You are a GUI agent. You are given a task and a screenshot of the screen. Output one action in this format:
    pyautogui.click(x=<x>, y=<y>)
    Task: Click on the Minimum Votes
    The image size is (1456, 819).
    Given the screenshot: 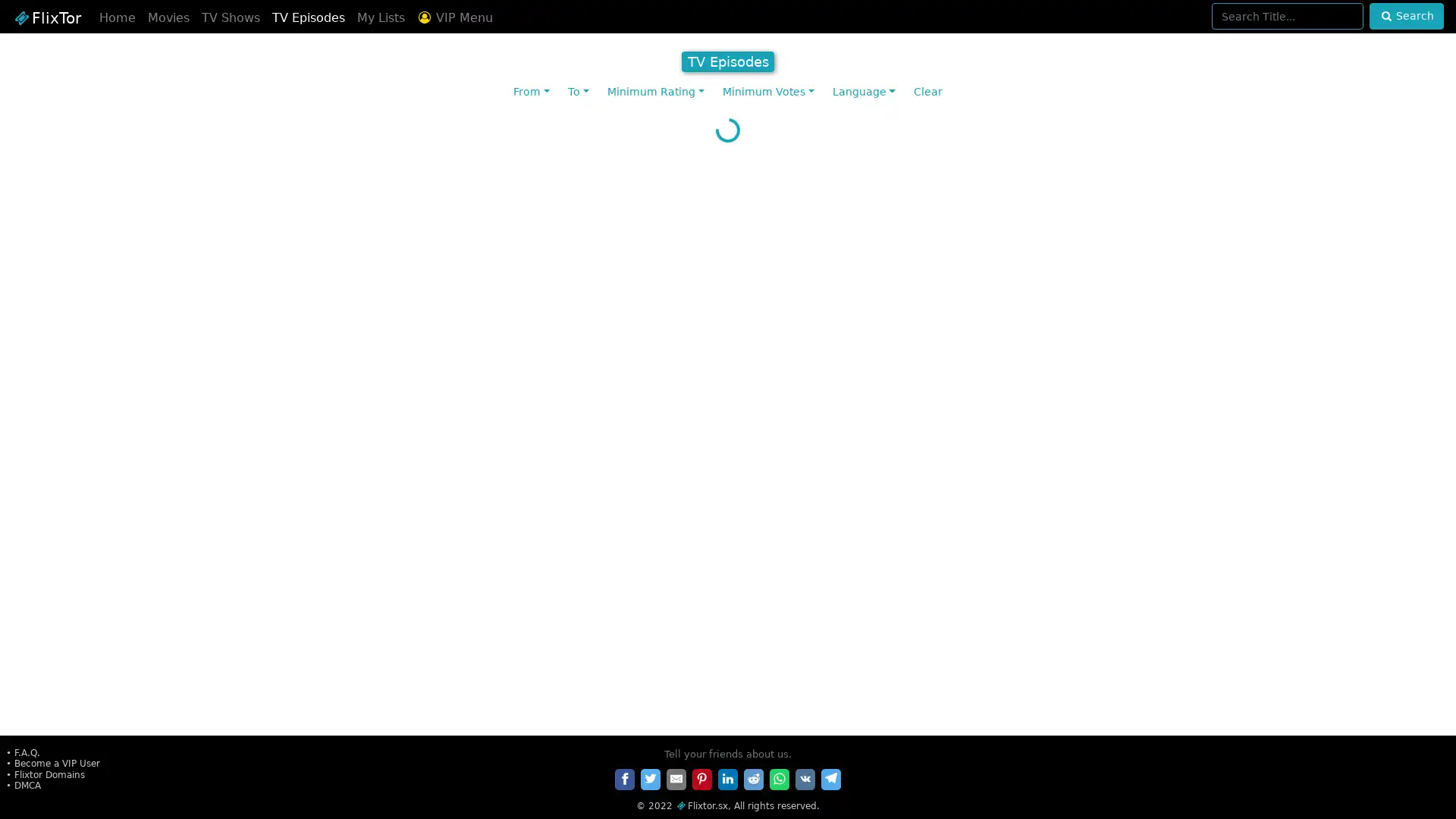 What is the action you would take?
    pyautogui.click(x=767, y=92)
    